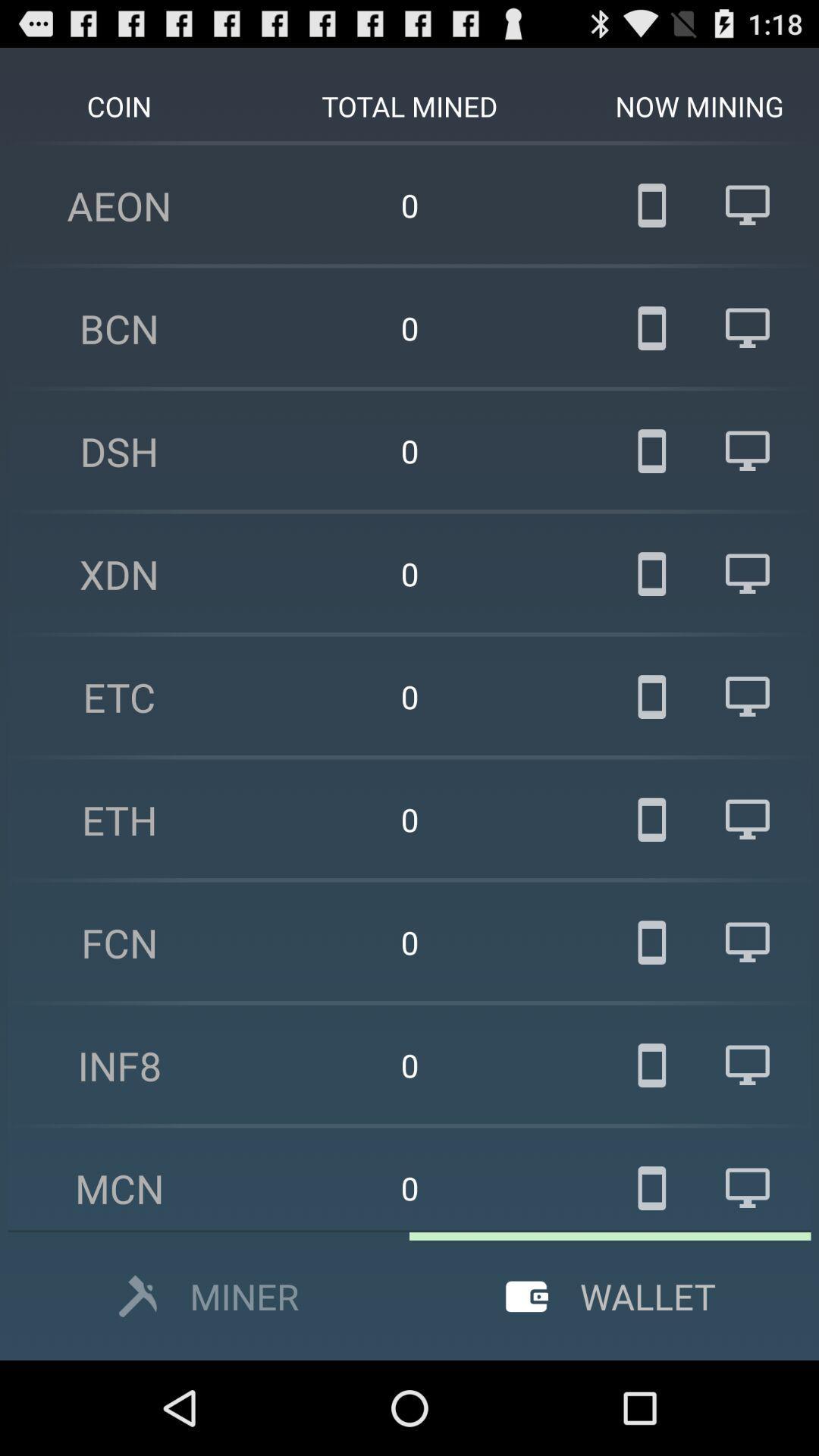  What do you see at coordinates (747, 942) in the screenshot?
I see `last icon in fcn row` at bounding box center [747, 942].